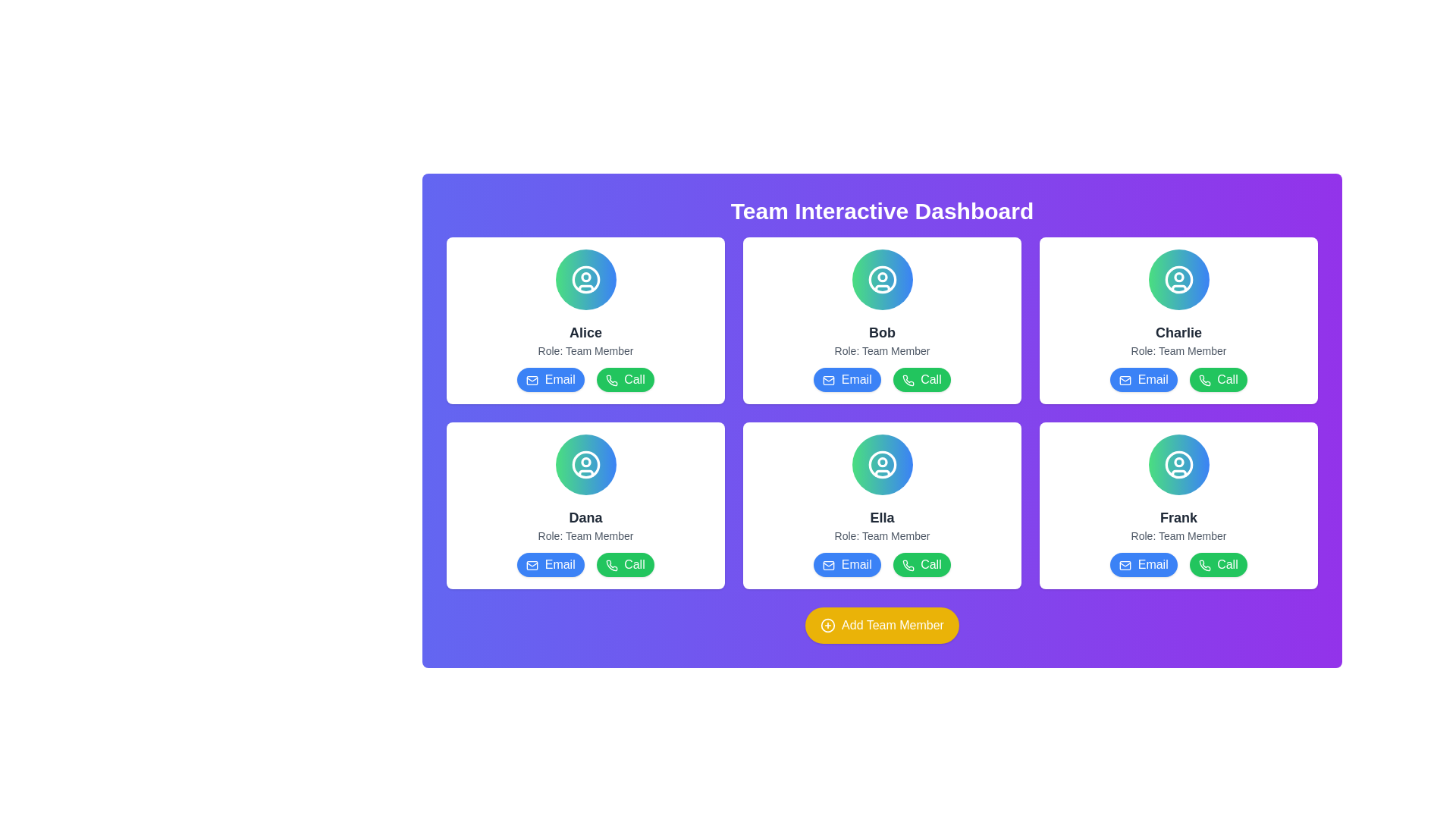  I want to click on the static text element displaying the name 'Dana' which identifies a team member within their profile card, so click(585, 516).